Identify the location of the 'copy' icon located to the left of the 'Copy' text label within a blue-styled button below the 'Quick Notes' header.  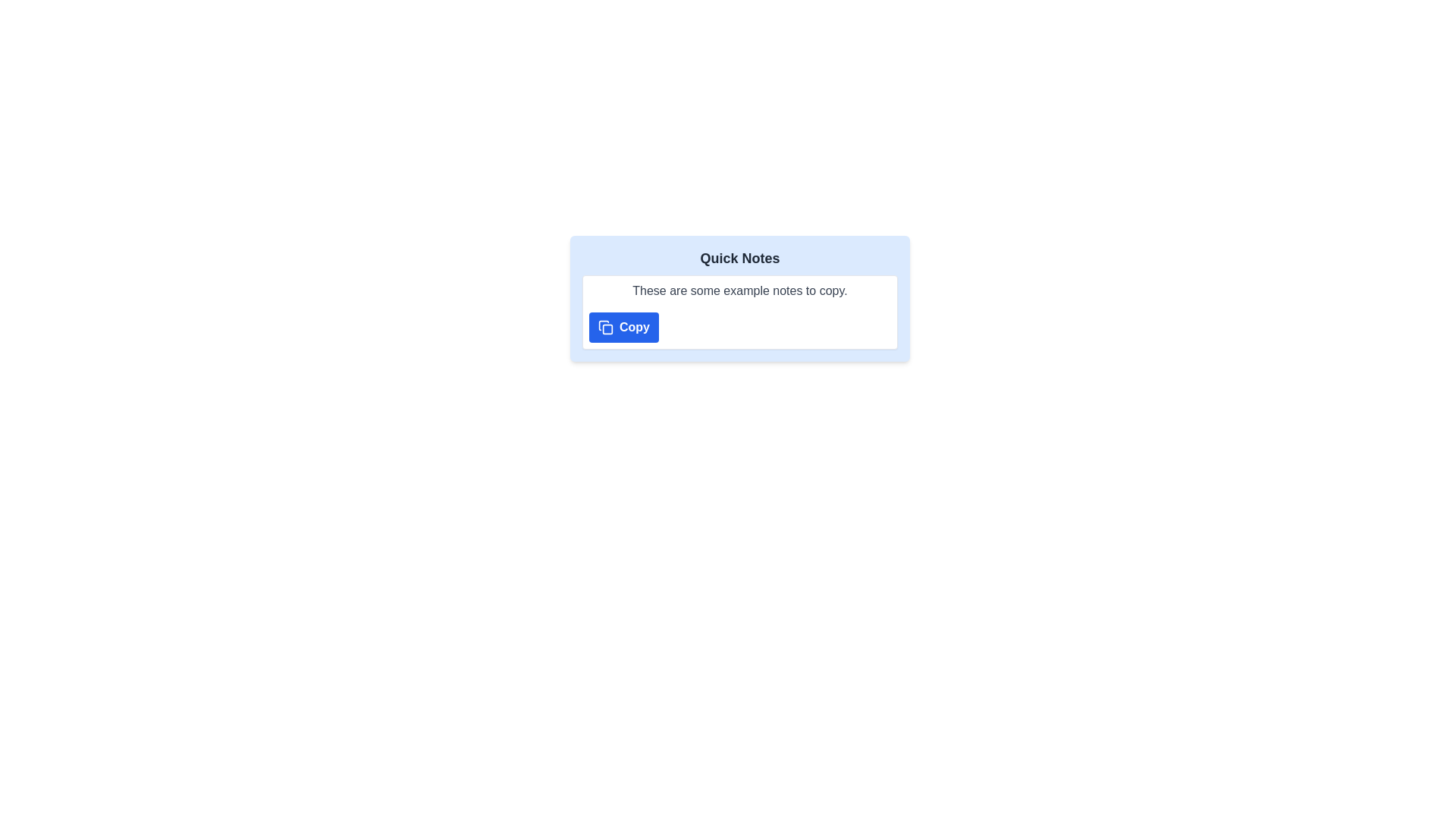
(604, 327).